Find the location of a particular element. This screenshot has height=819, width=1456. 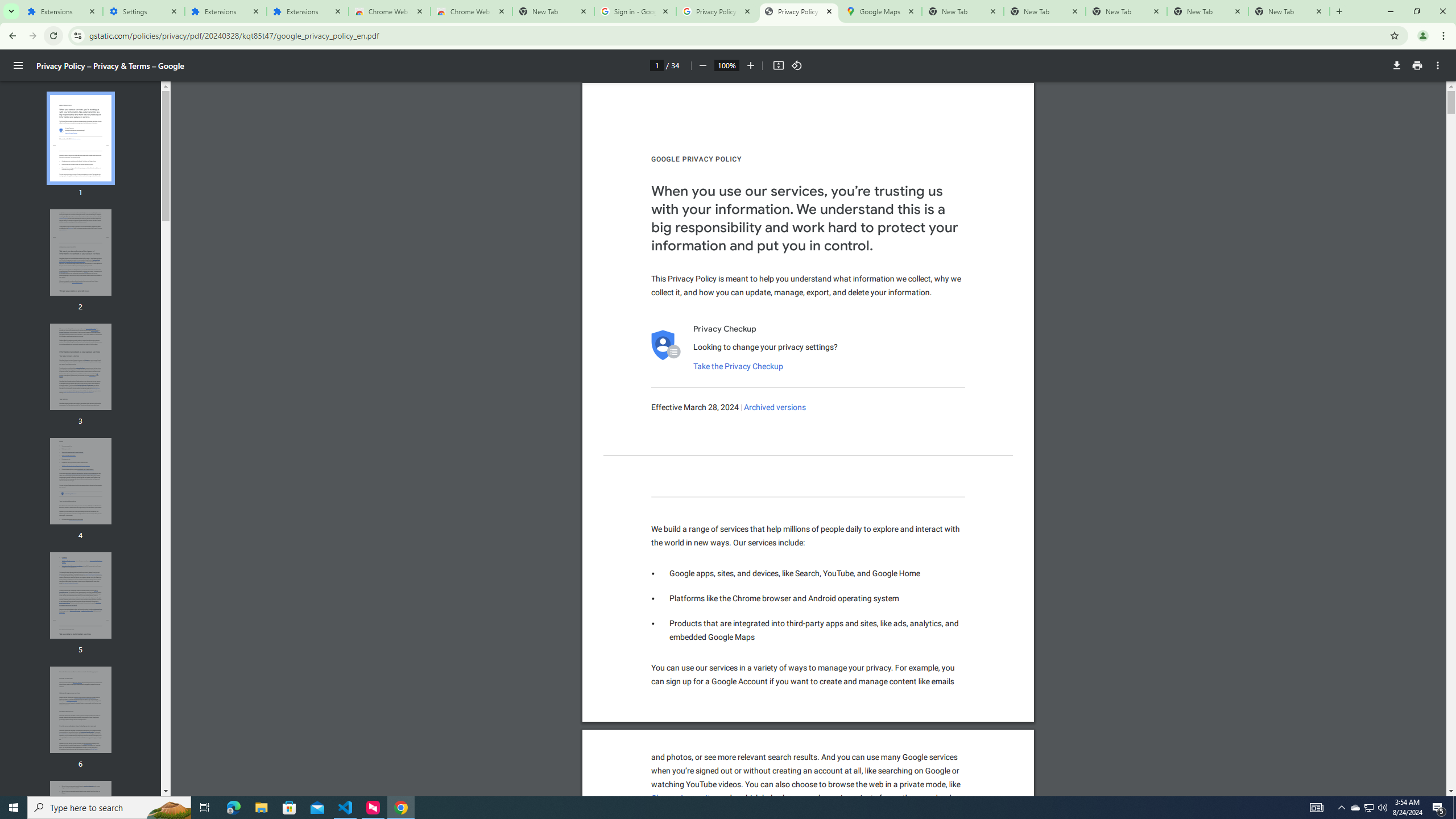

'Thumbnail for page 5' is located at coordinates (81, 595).